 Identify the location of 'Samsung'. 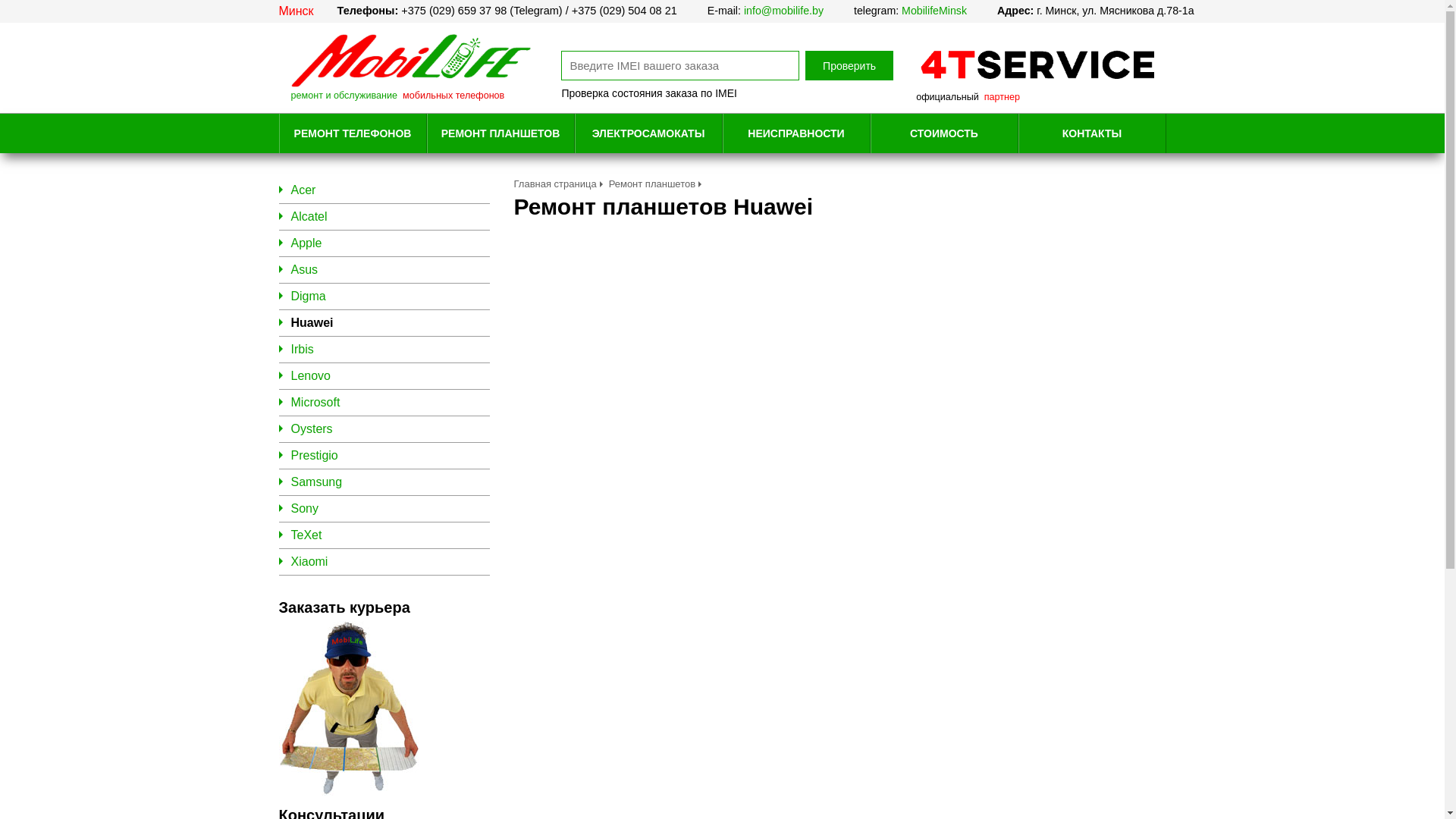
(315, 482).